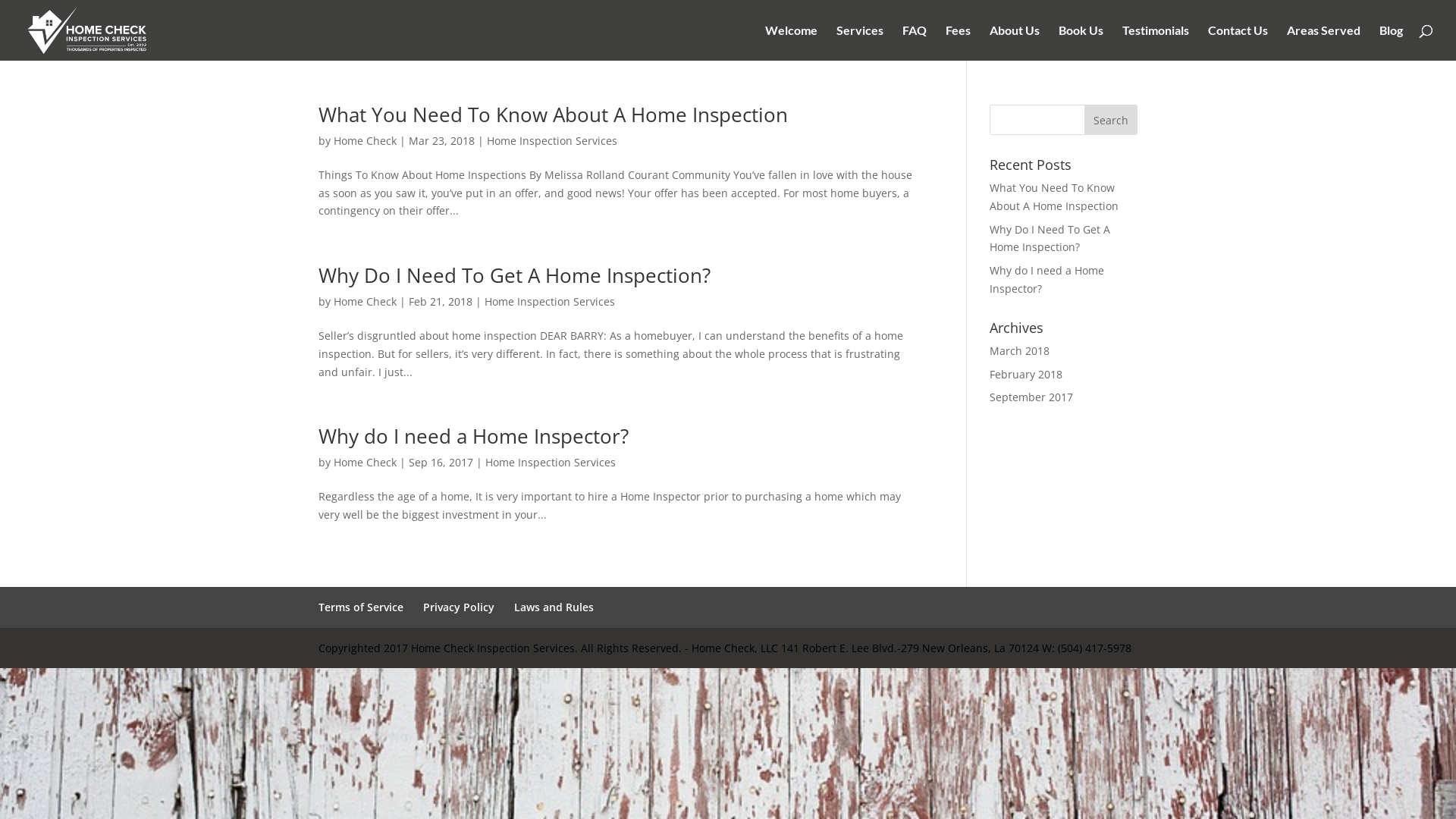  I want to click on 'Why do I need a Home Inspector?', so click(1046, 279).